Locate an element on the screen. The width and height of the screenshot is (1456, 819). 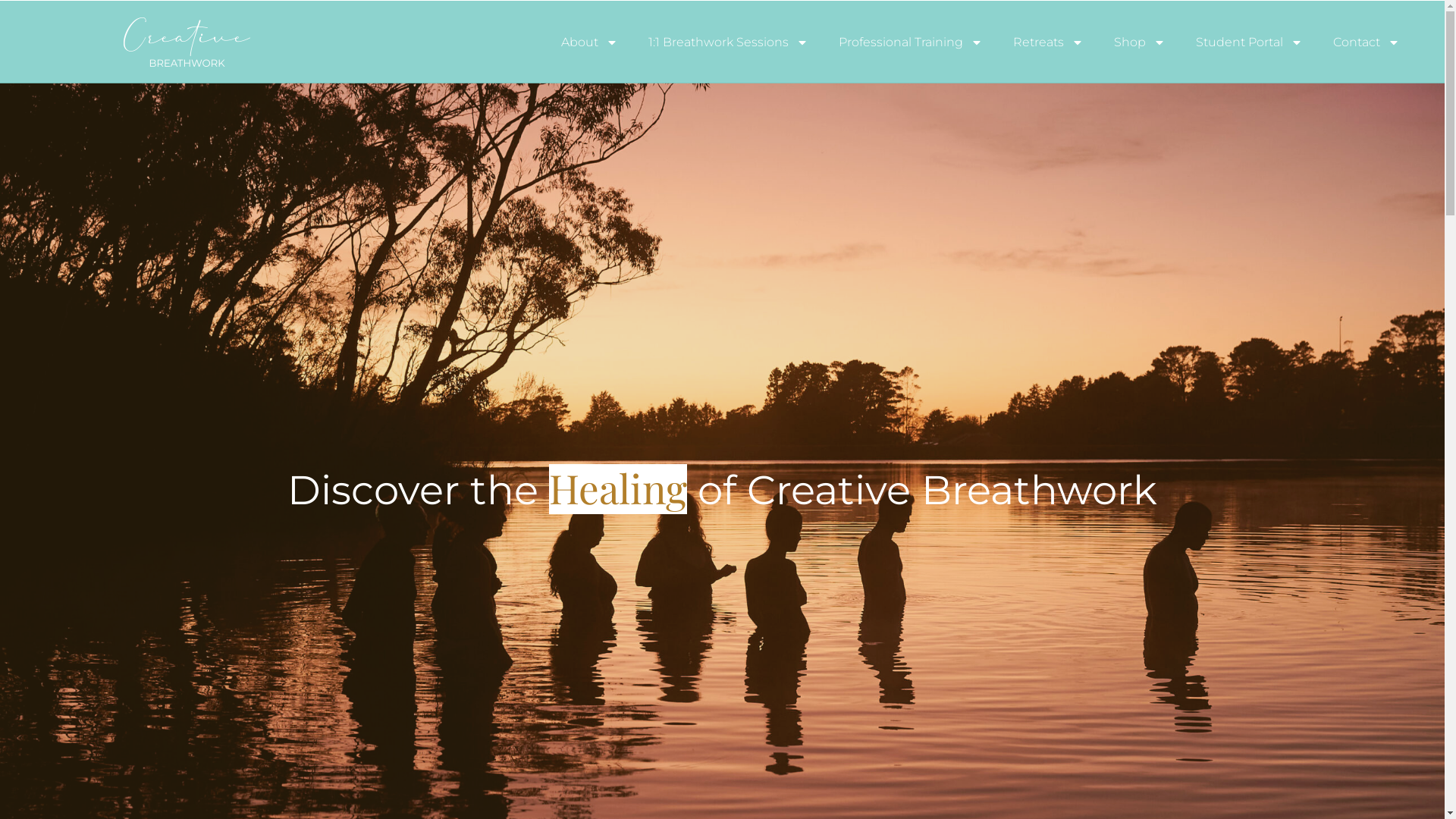
'Retreats' is located at coordinates (1047, 40).